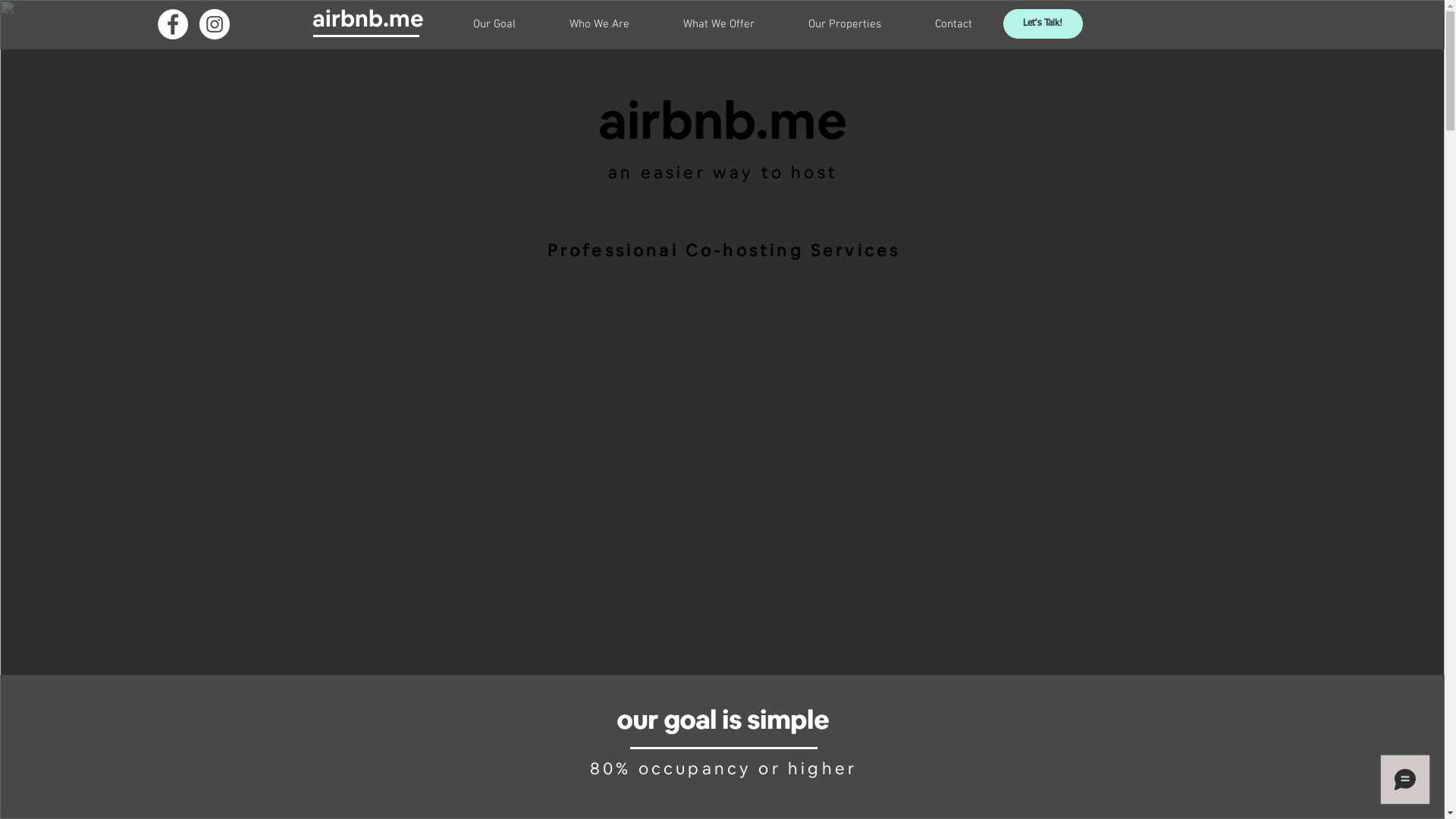 This screenshot has width=1456, height=819. What do you see at coordinates (1041, 24) in the screenshot?
I see `'Let's Talk!'` at bounding box center [1041, 24].